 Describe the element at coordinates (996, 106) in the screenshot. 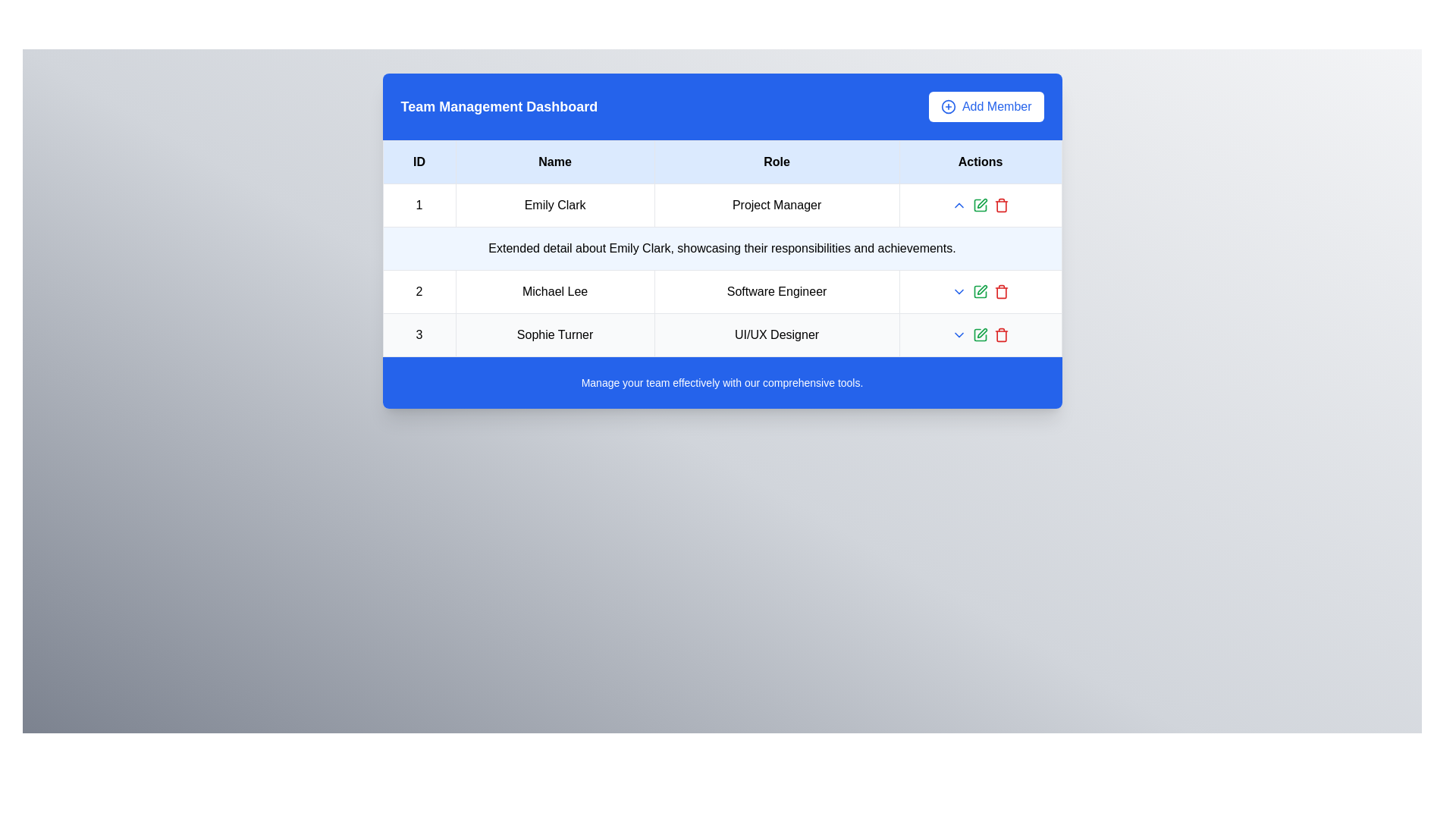

I see `the text label 'Add Member' within the interactive button` at that location.